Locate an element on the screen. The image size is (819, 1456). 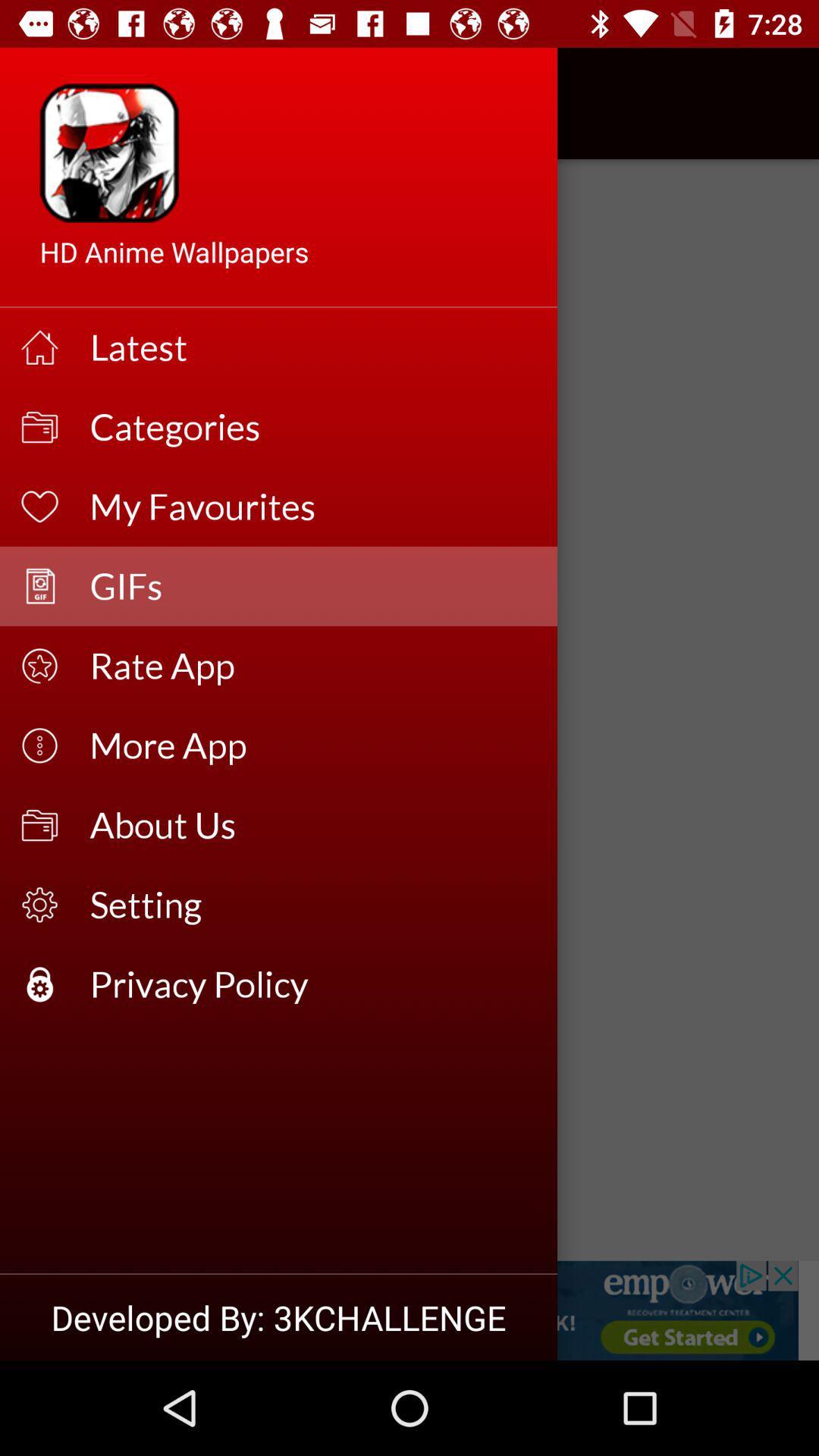
icon to the left of gif icon is located at coordinates (55, 102).